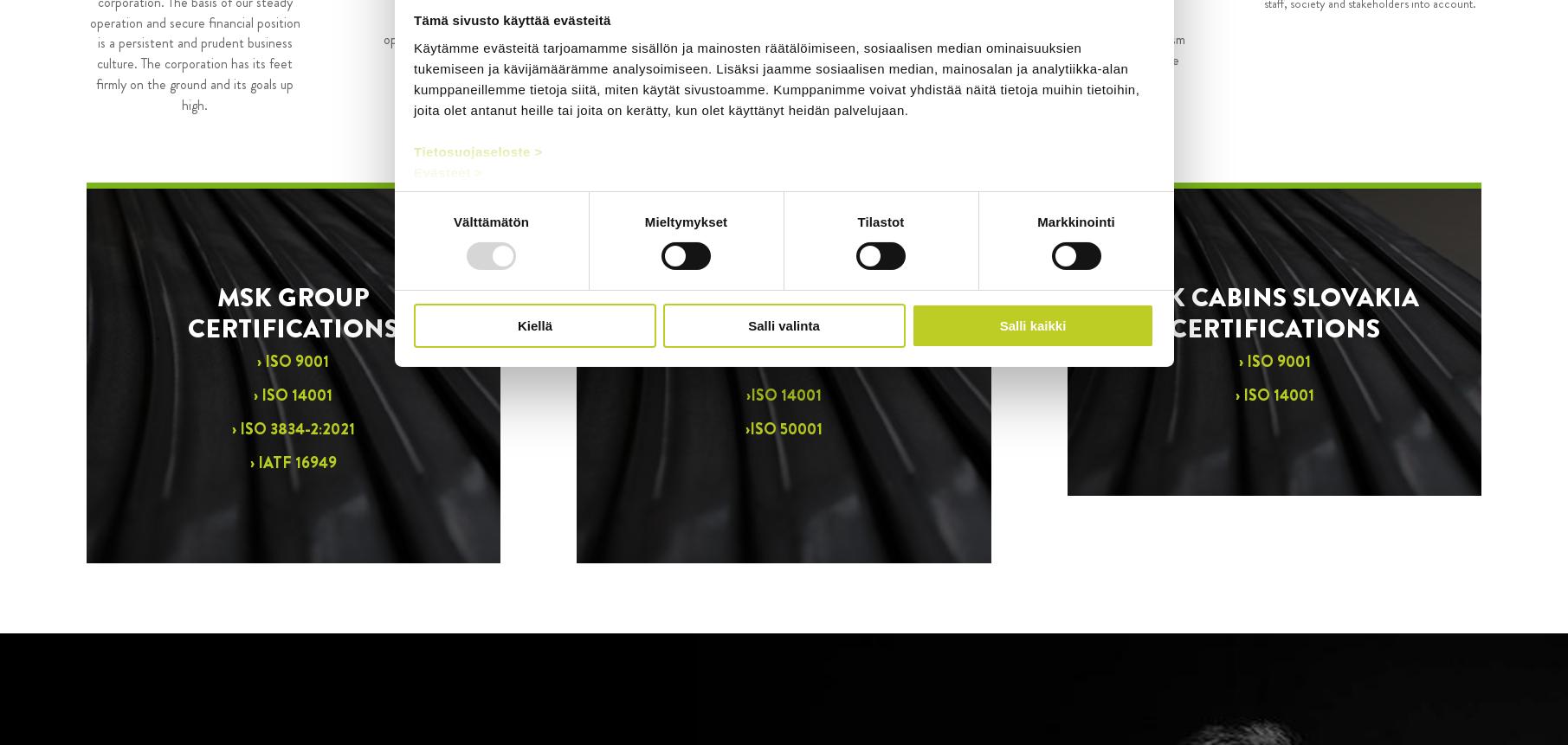  Describe the element at coordinates (413, 151) in the screenshot. I see `'Tietosuojaseloste >'` at that location.